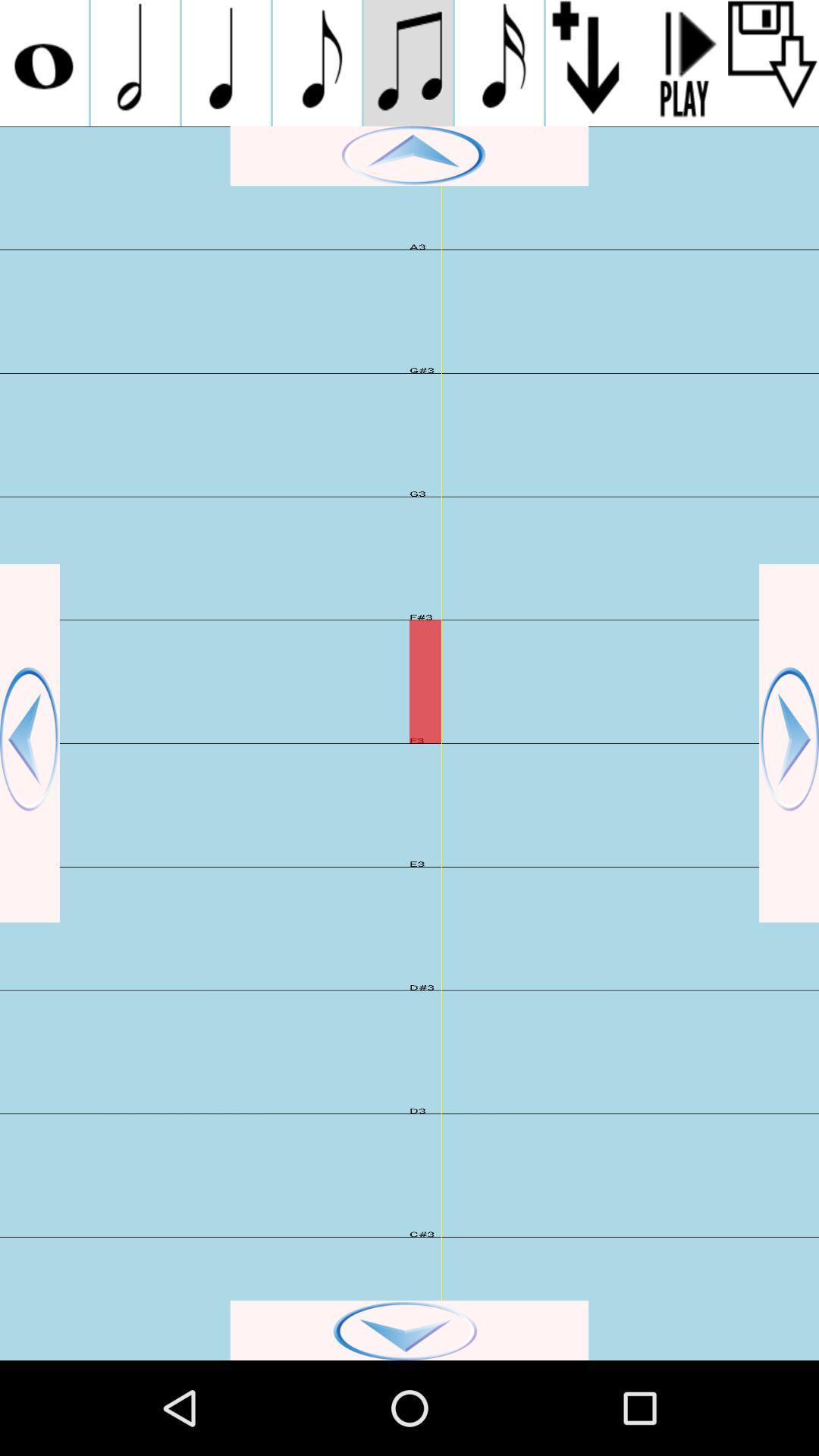 Image resolution: width=819 pixels, height=1456 pixels. I want to click on this exercise, so click(773, 62).